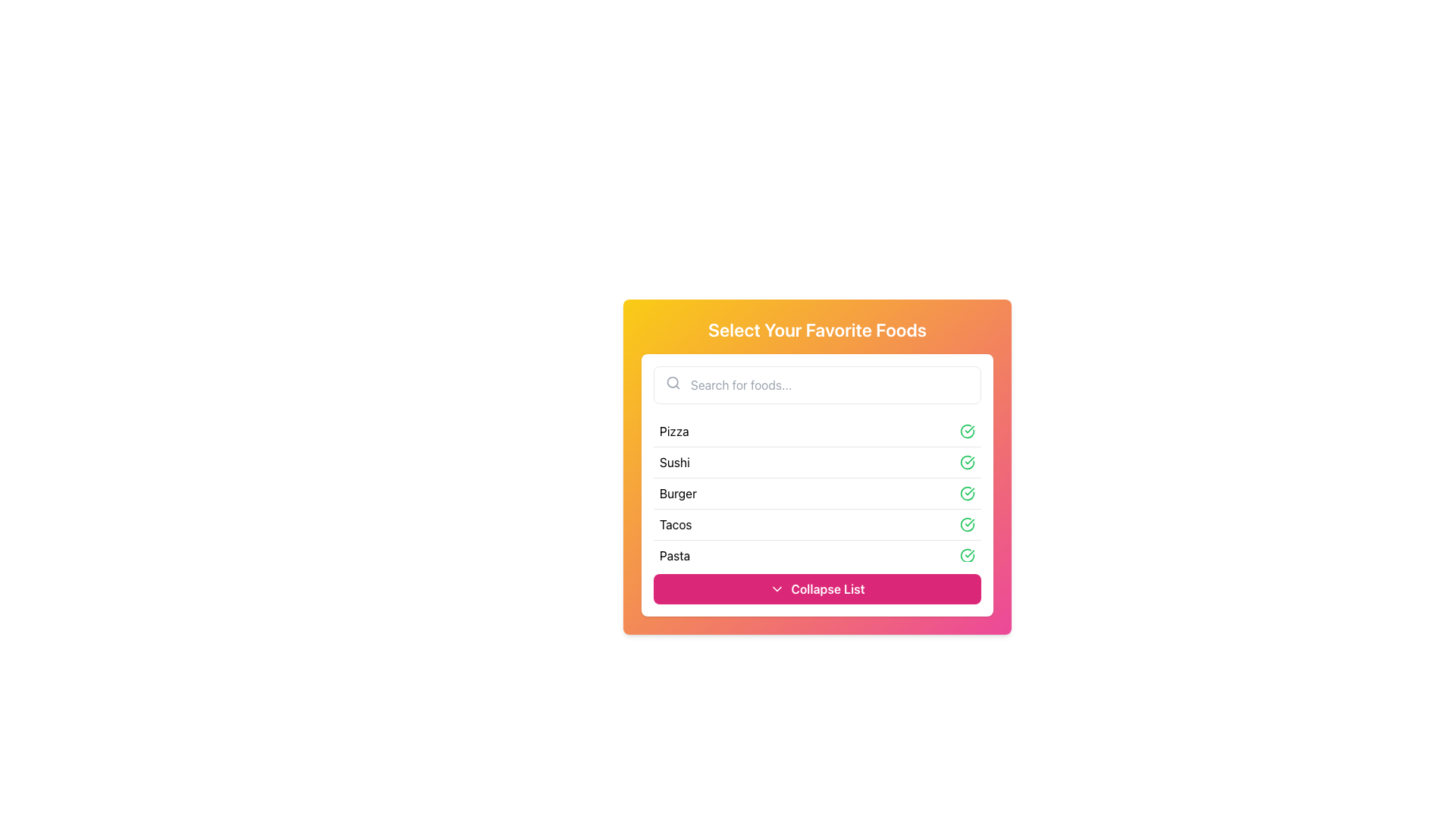 This screenshot has height=819, width=1456. What do you see at coordinates (827, 588) in the screenshot?
I see `the Text Label that indicates the action of collapsing a list, positioned to the right of a downward arrow icon at the bottom-center of the card panel` at bounding box center [827, 588].